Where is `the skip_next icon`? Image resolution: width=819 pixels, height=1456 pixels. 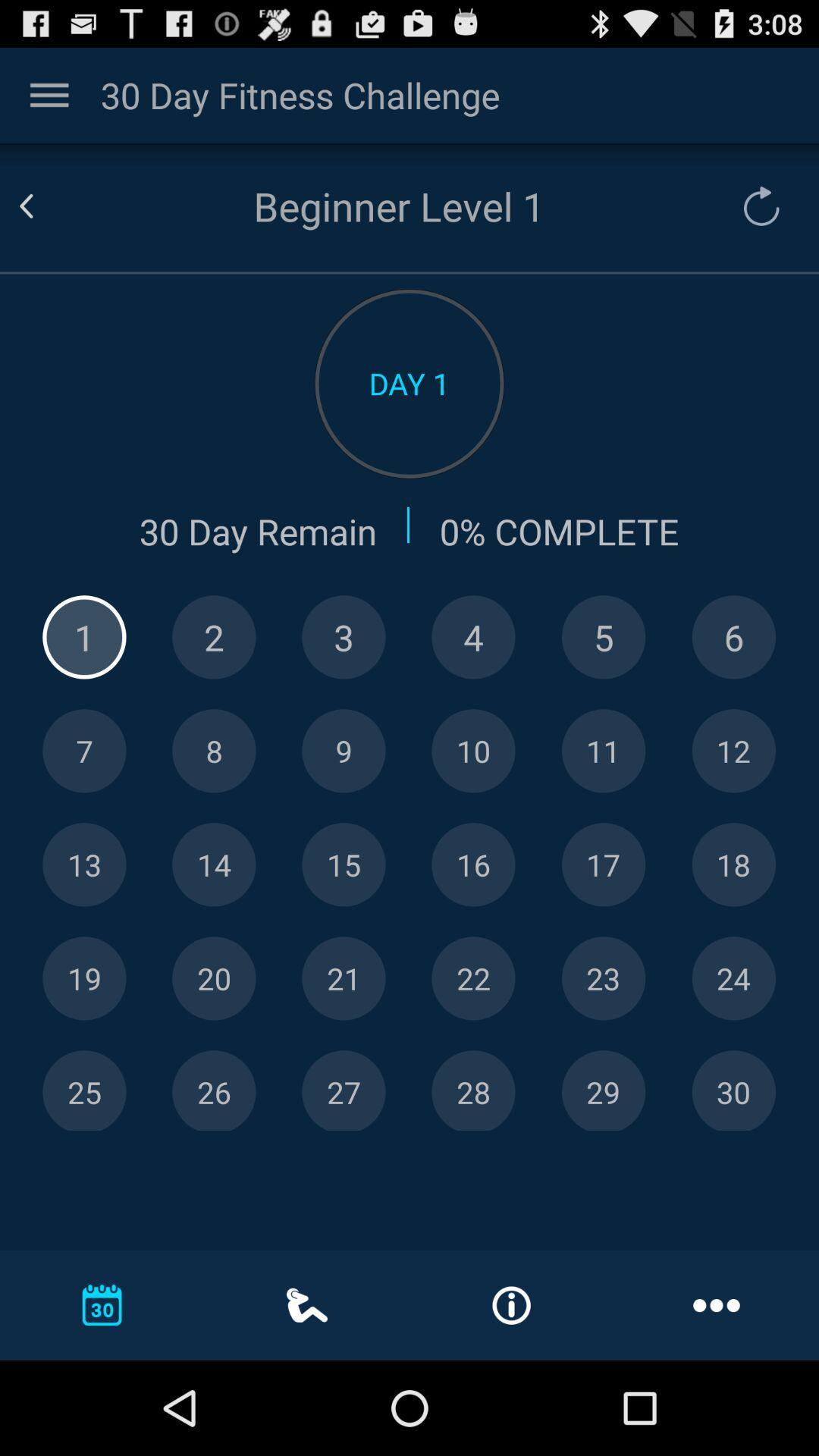
the skip_next icon is located at coordinates (214, 1046).